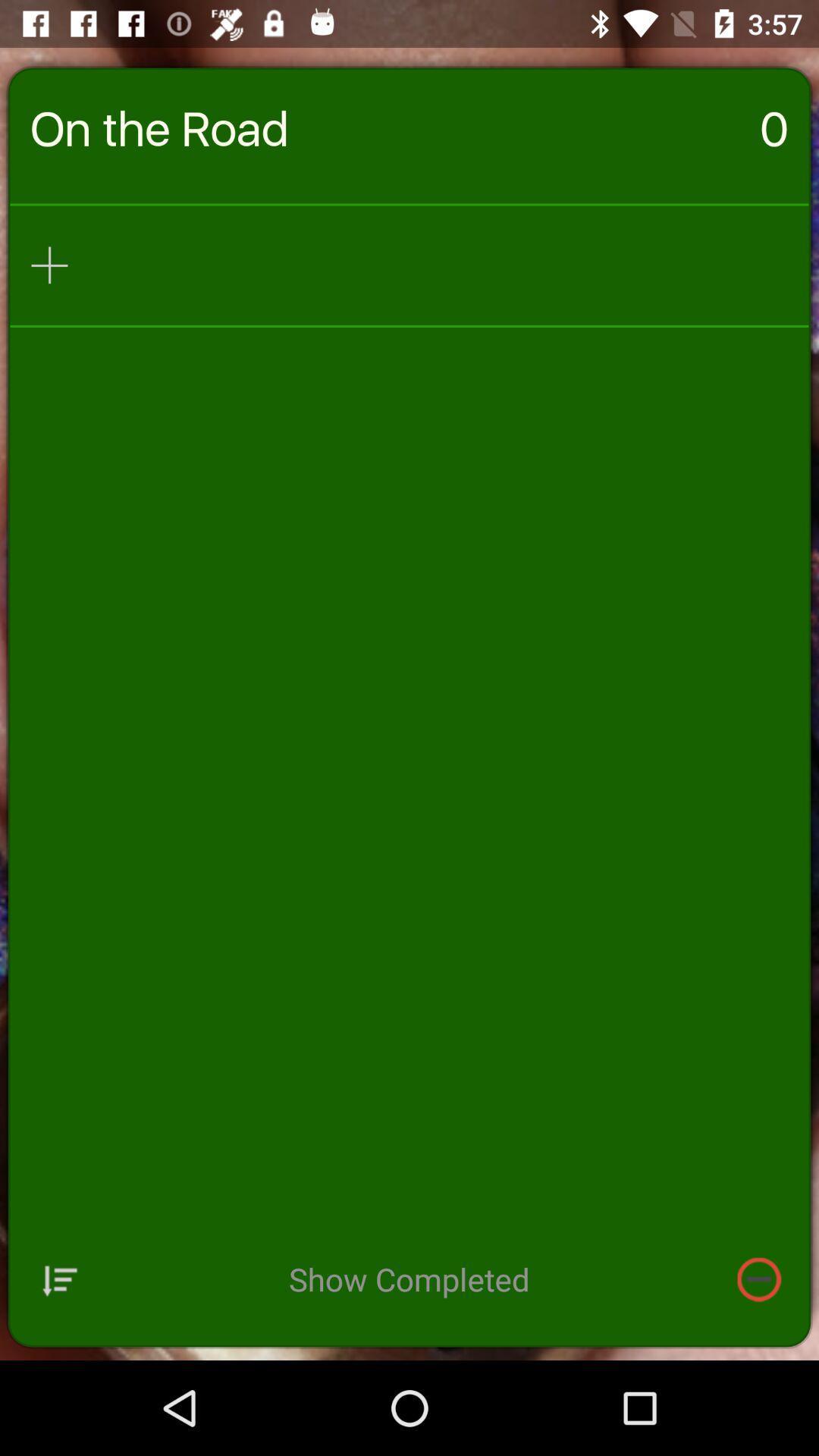 This screenshot has width=819, height=1456. I want to click on the filter_list icon, so click(59, 1369).